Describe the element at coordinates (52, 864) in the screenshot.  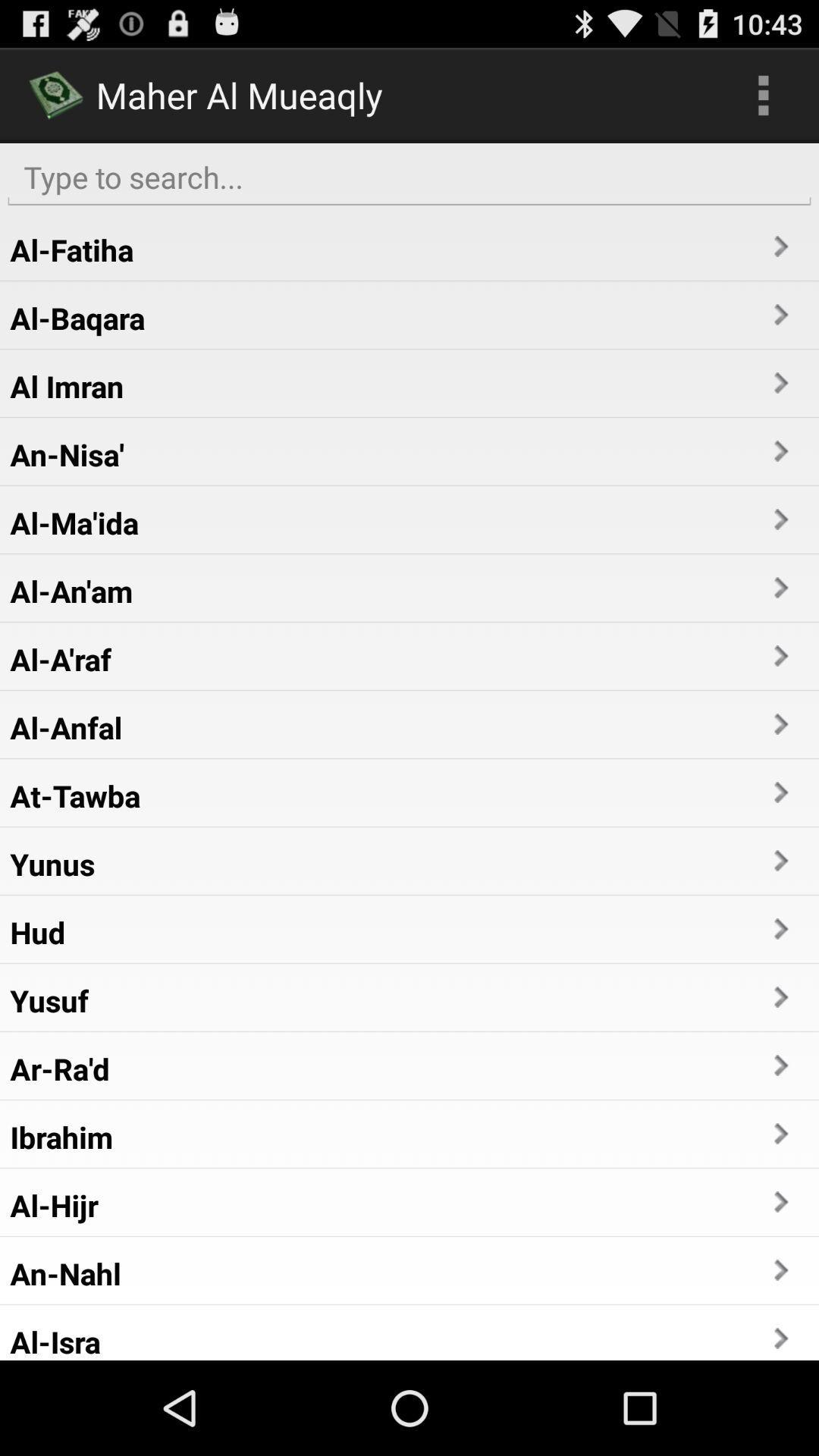
I see `the item above the hud` at that location.